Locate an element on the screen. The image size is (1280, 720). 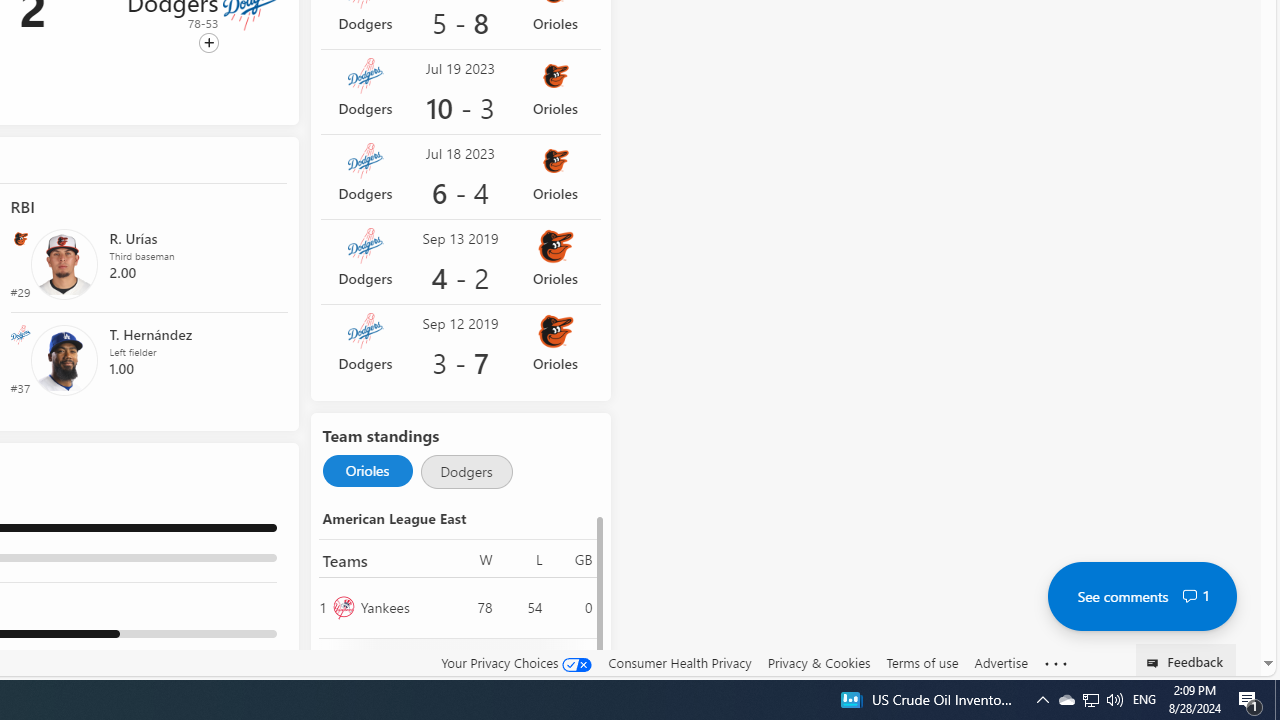
'Advertise' is located at coordinates (1000, 663).